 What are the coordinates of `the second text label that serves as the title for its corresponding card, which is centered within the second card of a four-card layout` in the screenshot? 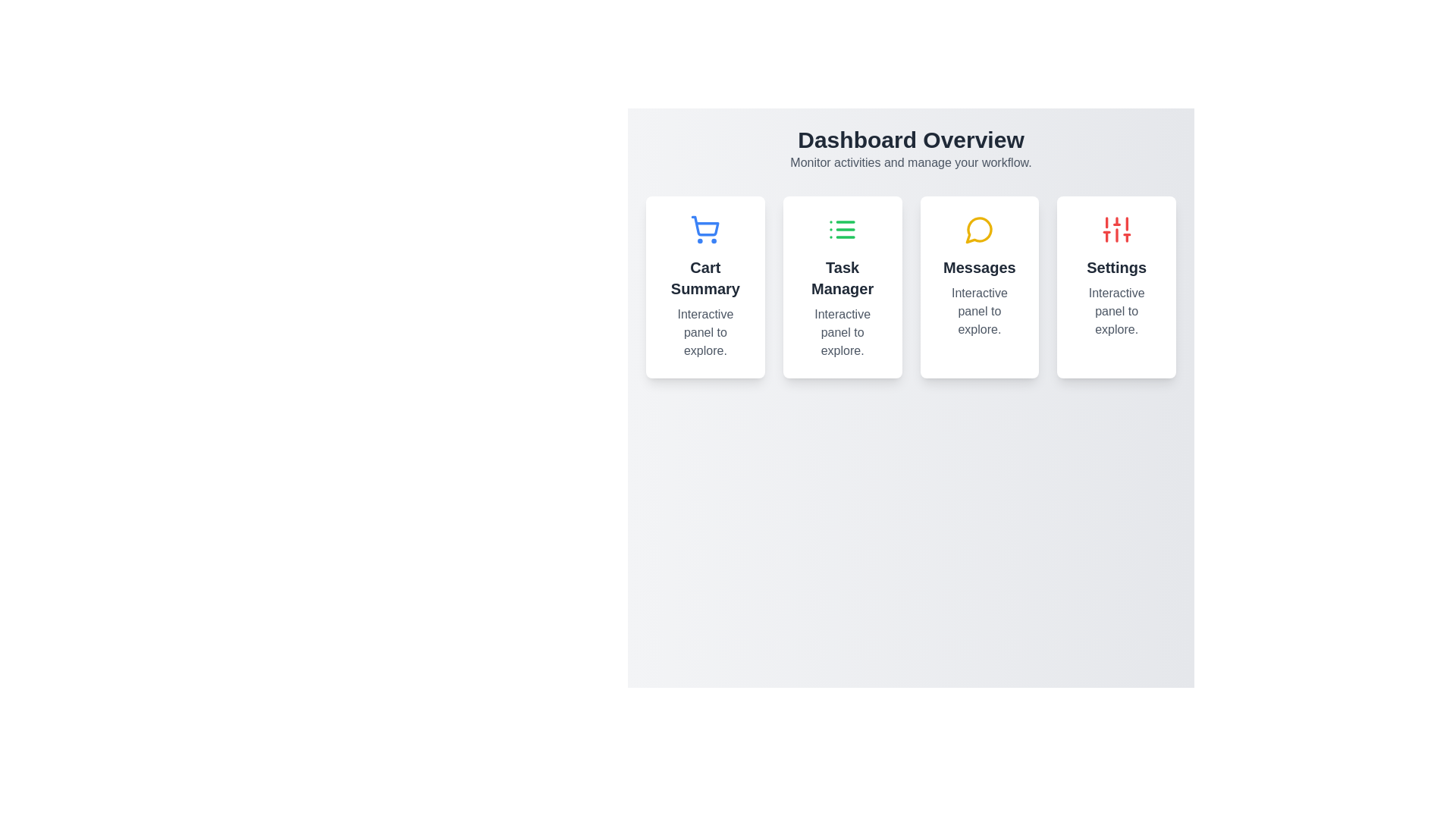 It's located at (842, 278).